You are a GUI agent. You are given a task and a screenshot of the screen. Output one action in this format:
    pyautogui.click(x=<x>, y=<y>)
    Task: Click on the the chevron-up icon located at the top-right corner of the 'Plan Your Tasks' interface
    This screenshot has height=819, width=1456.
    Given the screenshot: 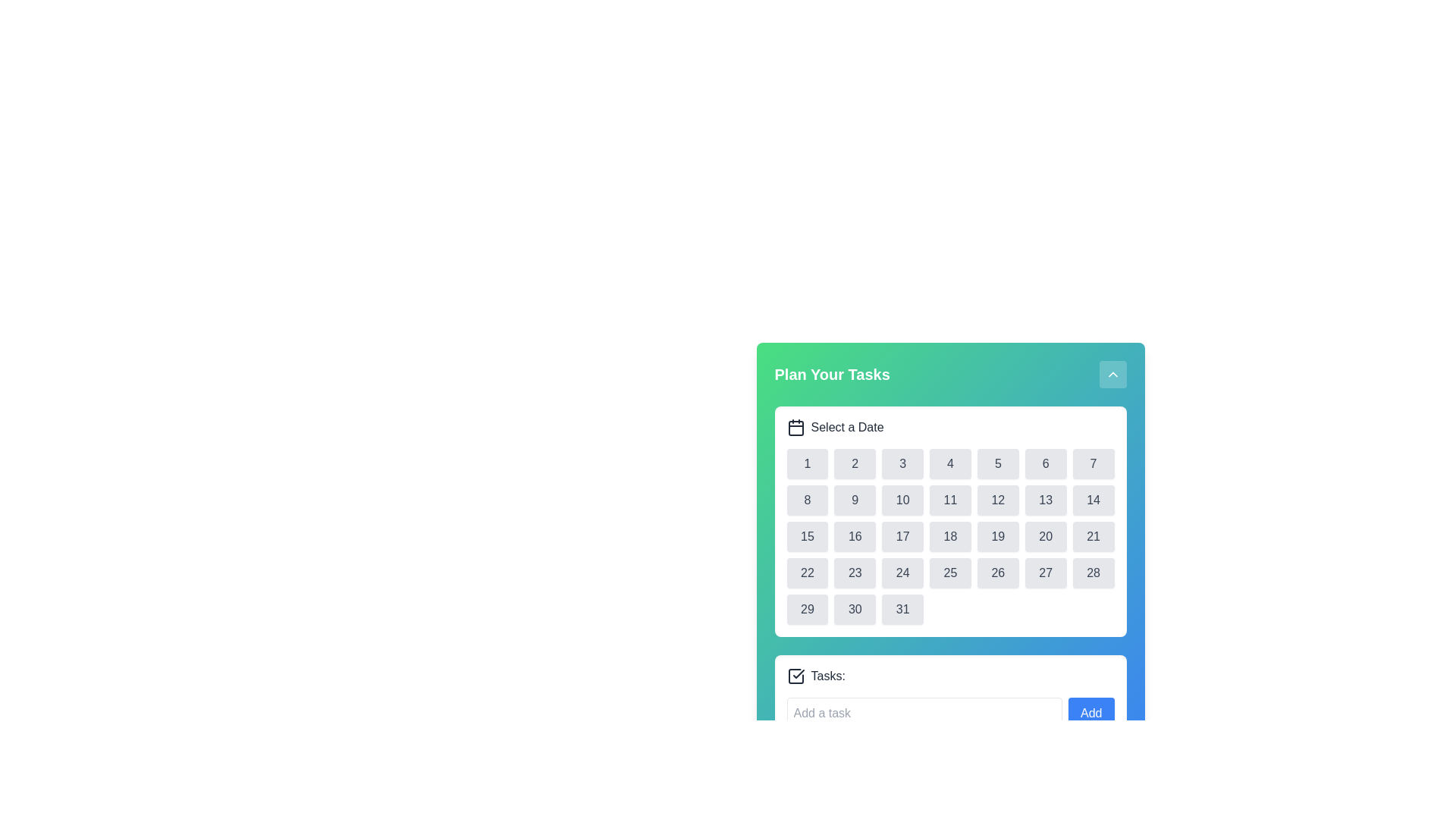 What is the action you would take?
    pyautogui.click(x=1112, y=374)
    